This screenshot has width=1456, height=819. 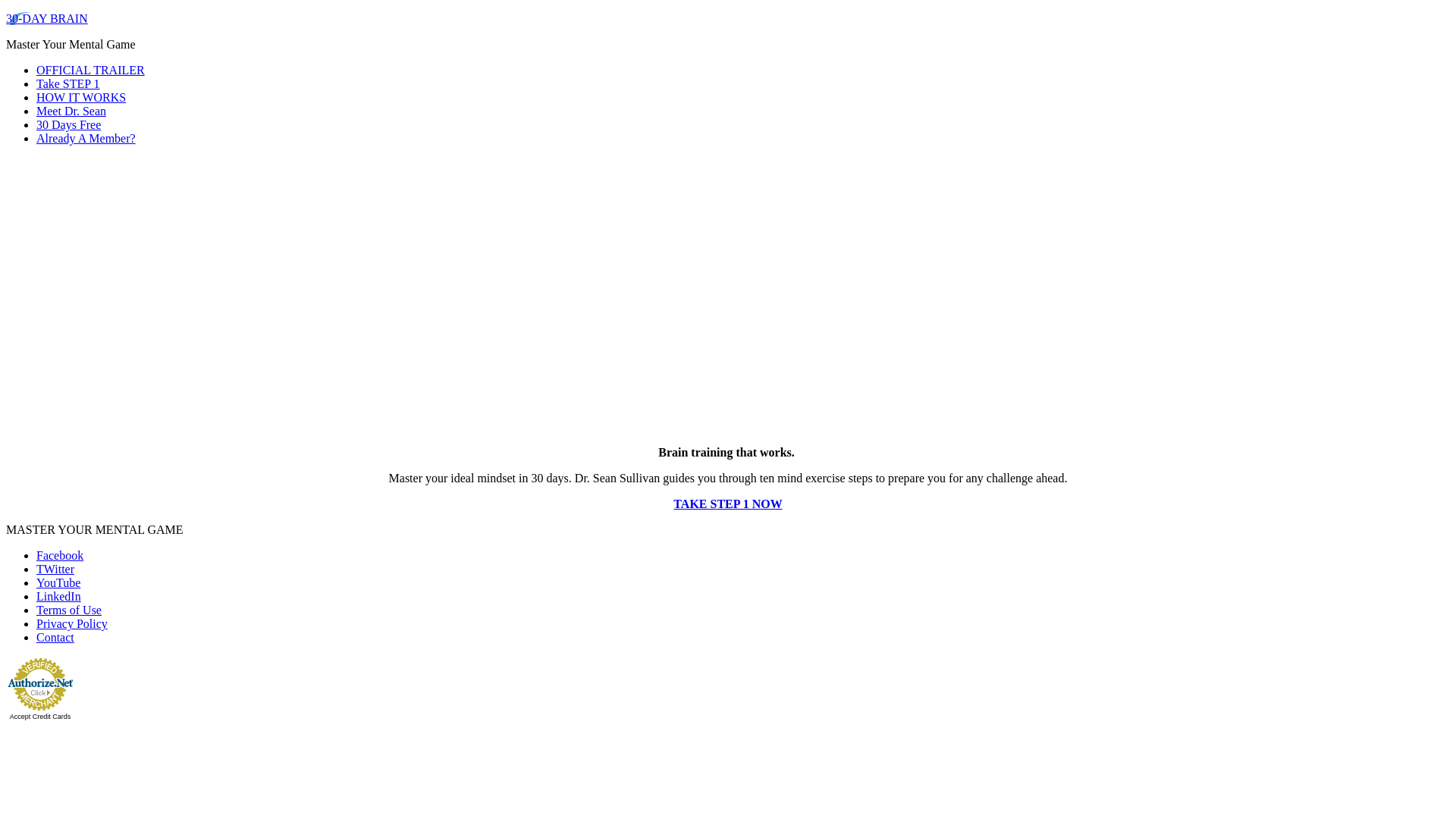 I want to click on 'Contact', so click(x=36, y=637).